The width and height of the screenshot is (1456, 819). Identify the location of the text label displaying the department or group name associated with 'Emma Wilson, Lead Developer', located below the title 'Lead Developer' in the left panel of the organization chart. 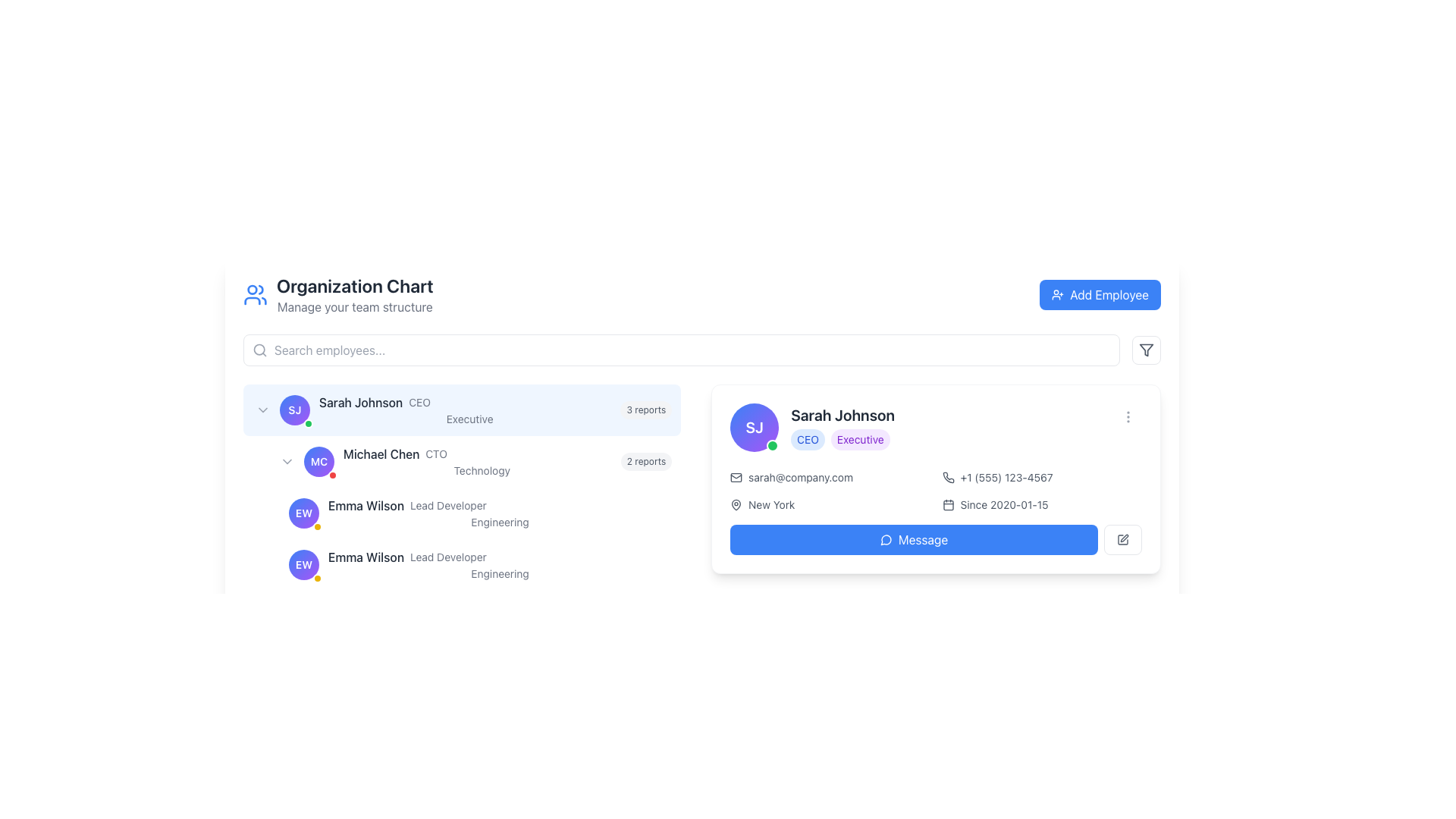
(500, 522).